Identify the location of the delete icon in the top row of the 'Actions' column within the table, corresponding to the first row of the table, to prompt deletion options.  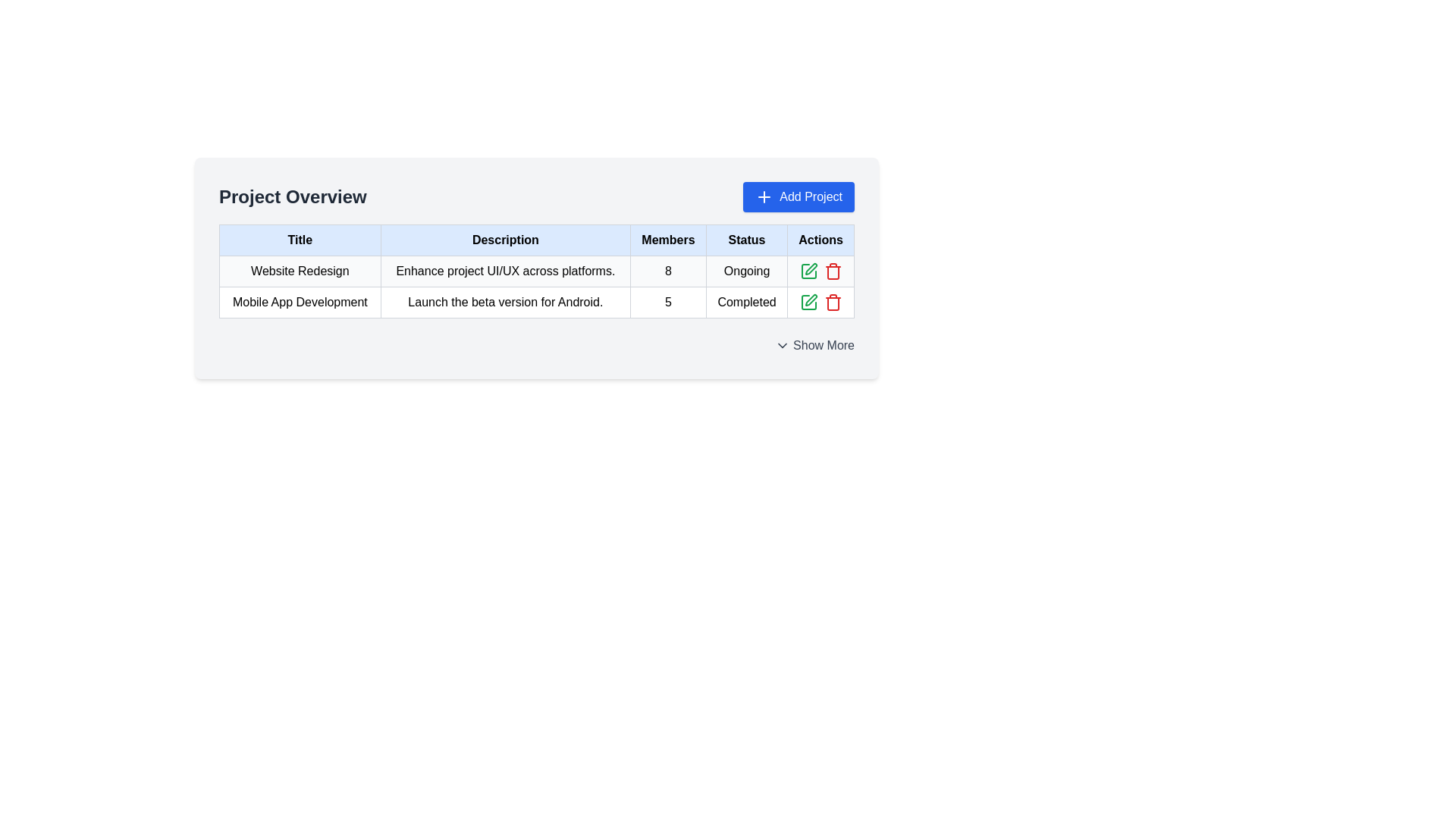
(820, 271).